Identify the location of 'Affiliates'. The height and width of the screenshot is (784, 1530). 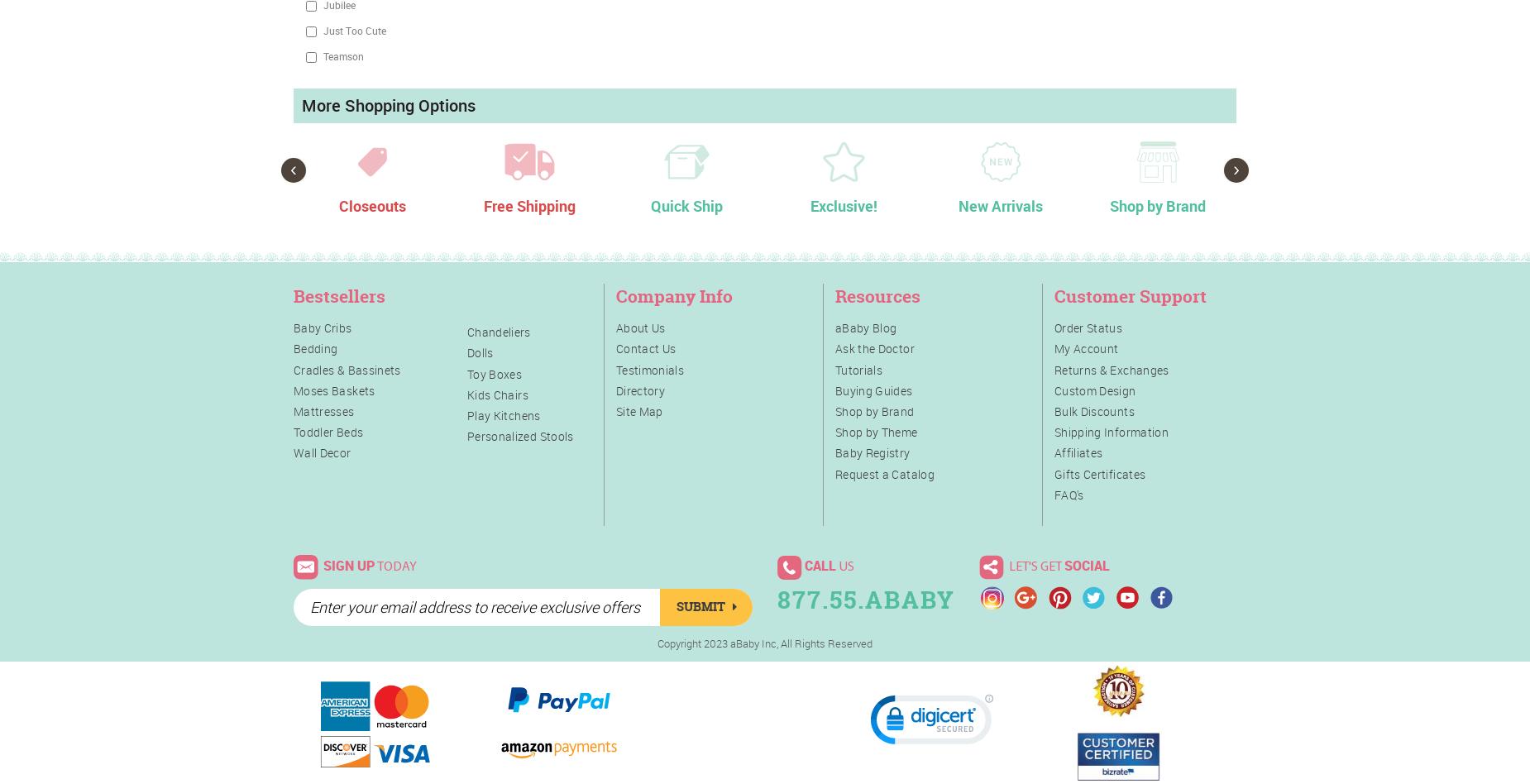
(1077, 452).